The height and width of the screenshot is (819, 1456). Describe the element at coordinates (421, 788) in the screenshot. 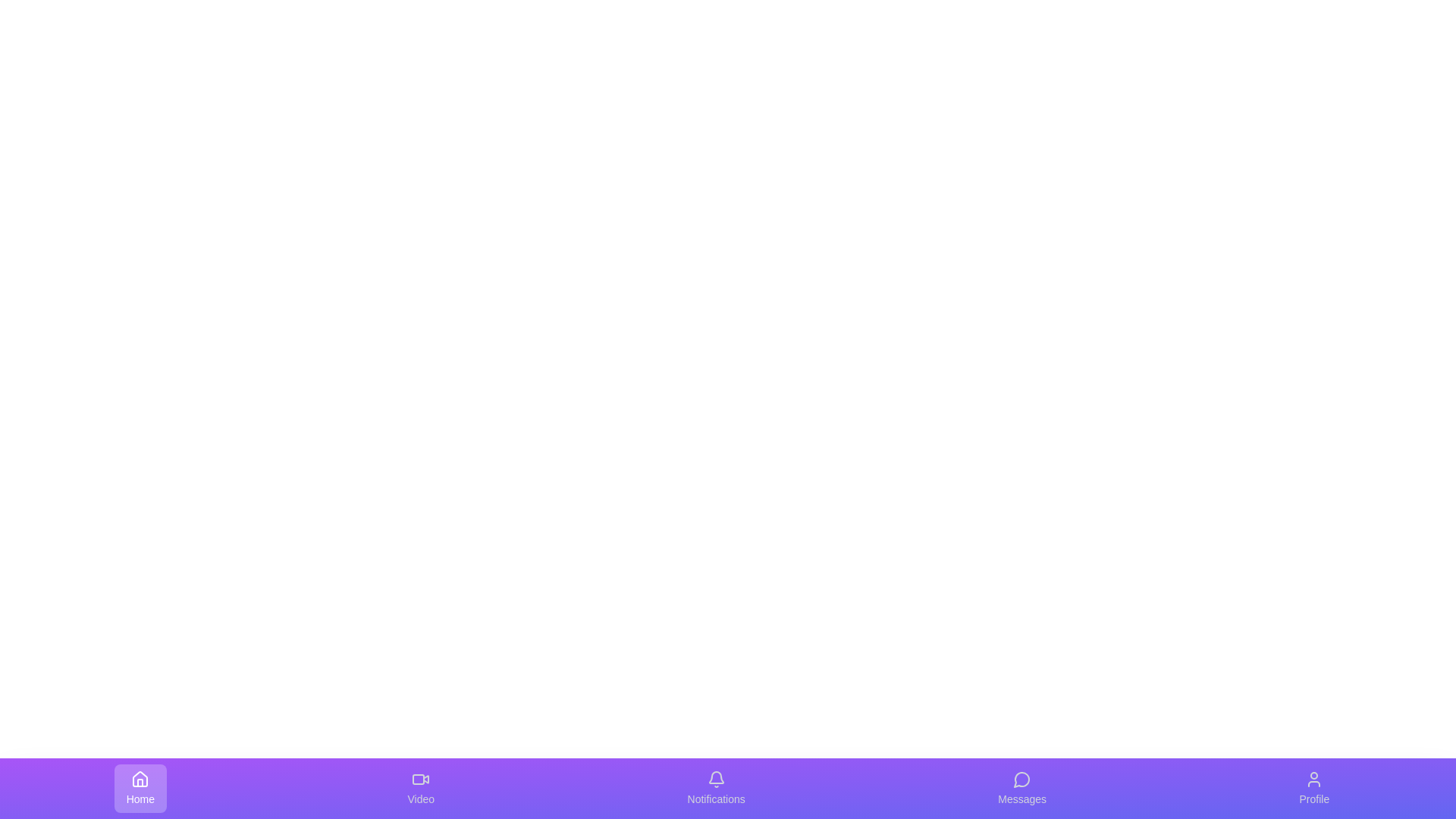

I see `the icon for Video to trigger visual feedback` at that location.